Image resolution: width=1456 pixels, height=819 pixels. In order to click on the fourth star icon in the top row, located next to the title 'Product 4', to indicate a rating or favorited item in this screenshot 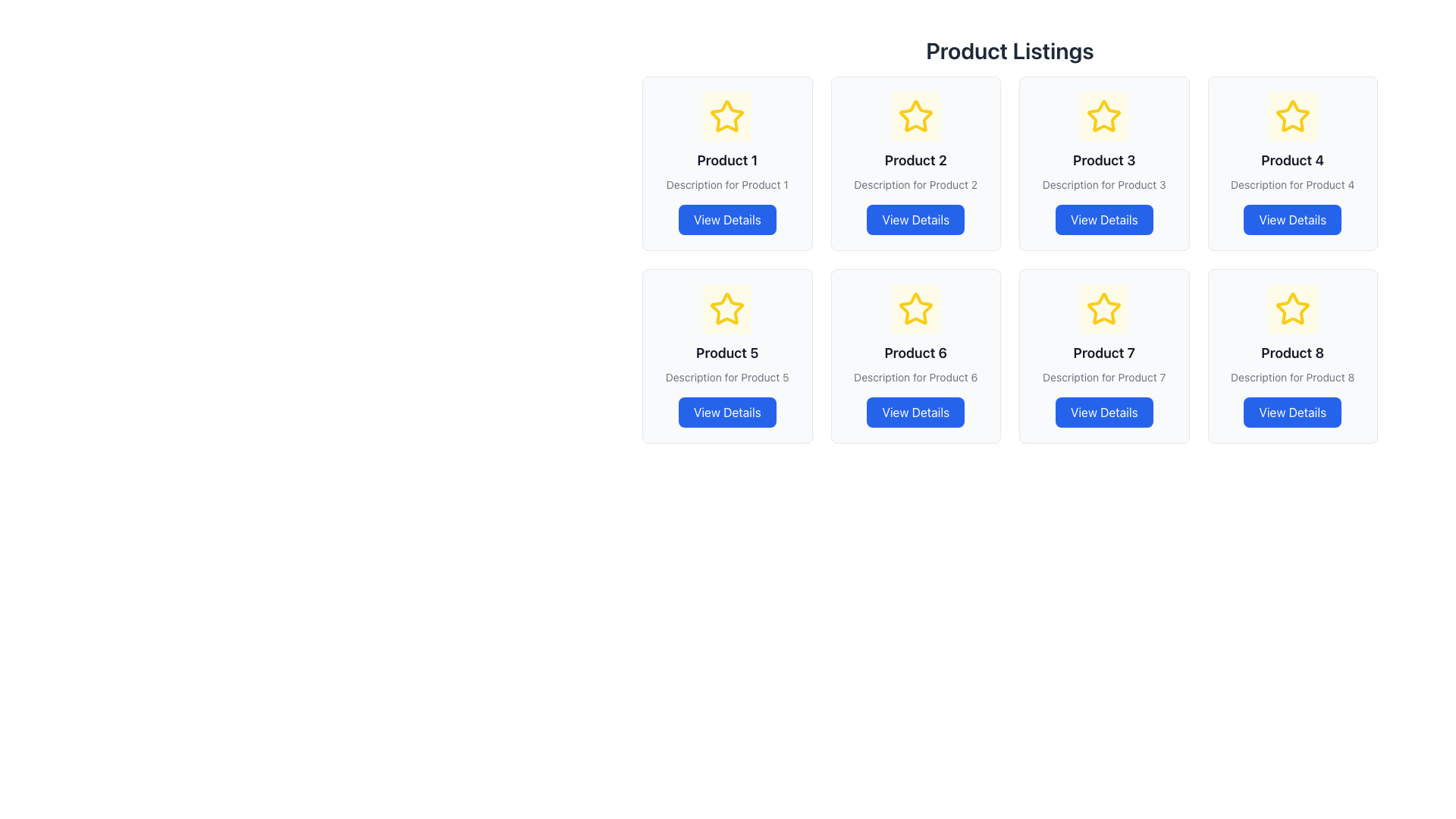, I will do `click(1291, 115)`.